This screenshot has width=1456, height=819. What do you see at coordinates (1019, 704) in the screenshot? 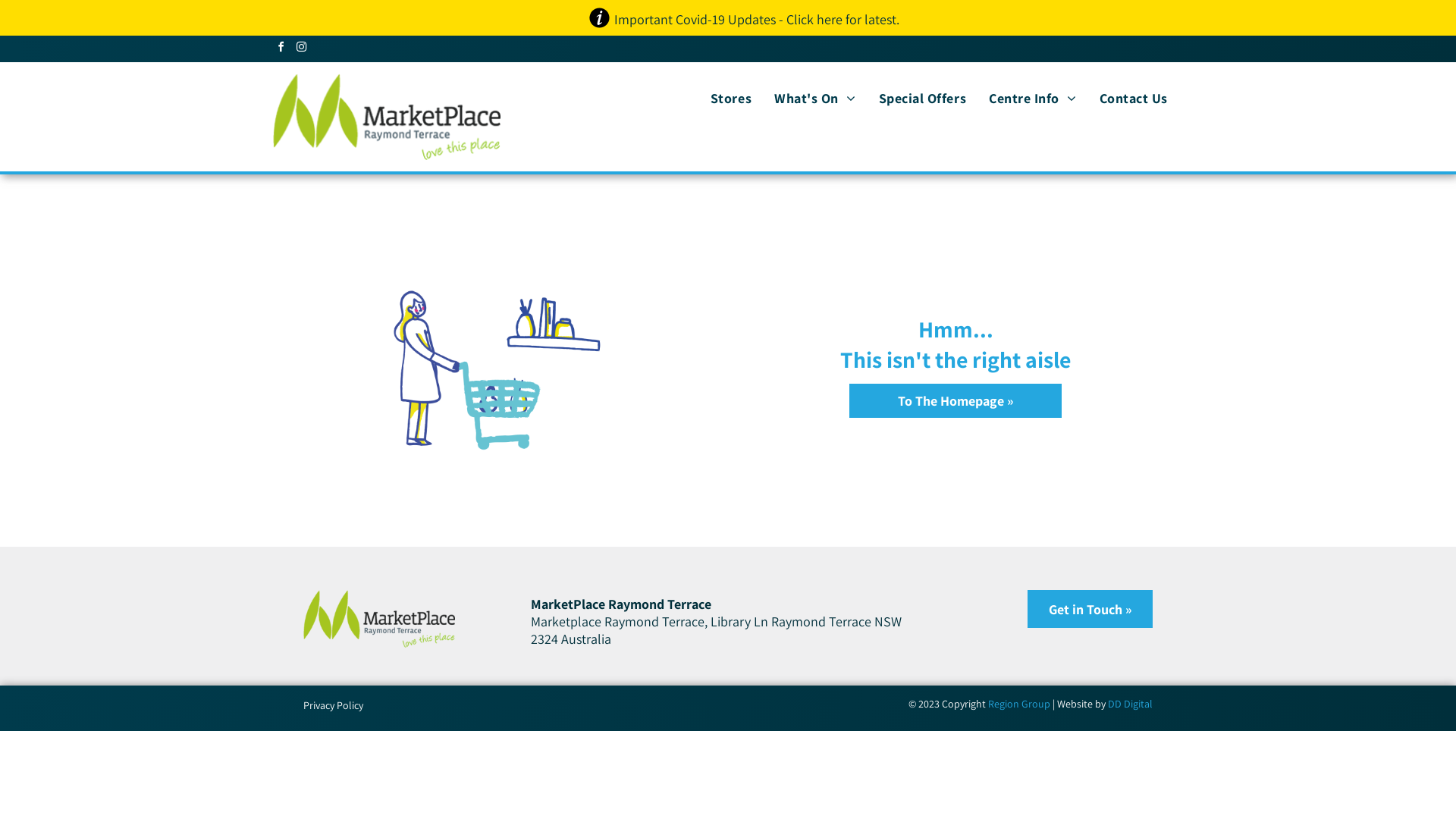
I see `'Region Group'` at bounding box center [1019, 704].